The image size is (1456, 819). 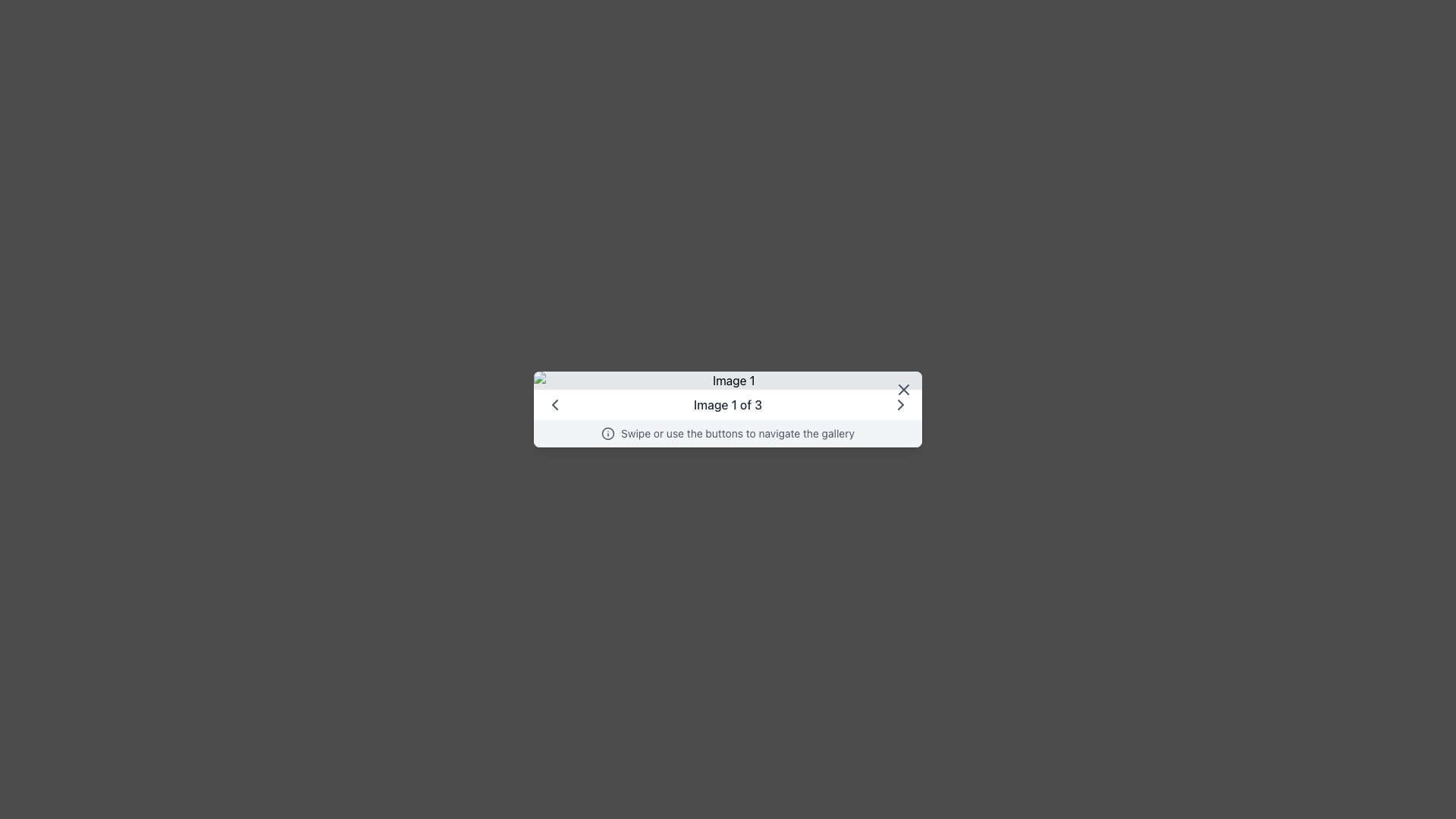 I want to click on the close button (icon-button) shaped like an 'X' located in the top-right corner of the gallery viewer, so click(x=903, y=388).